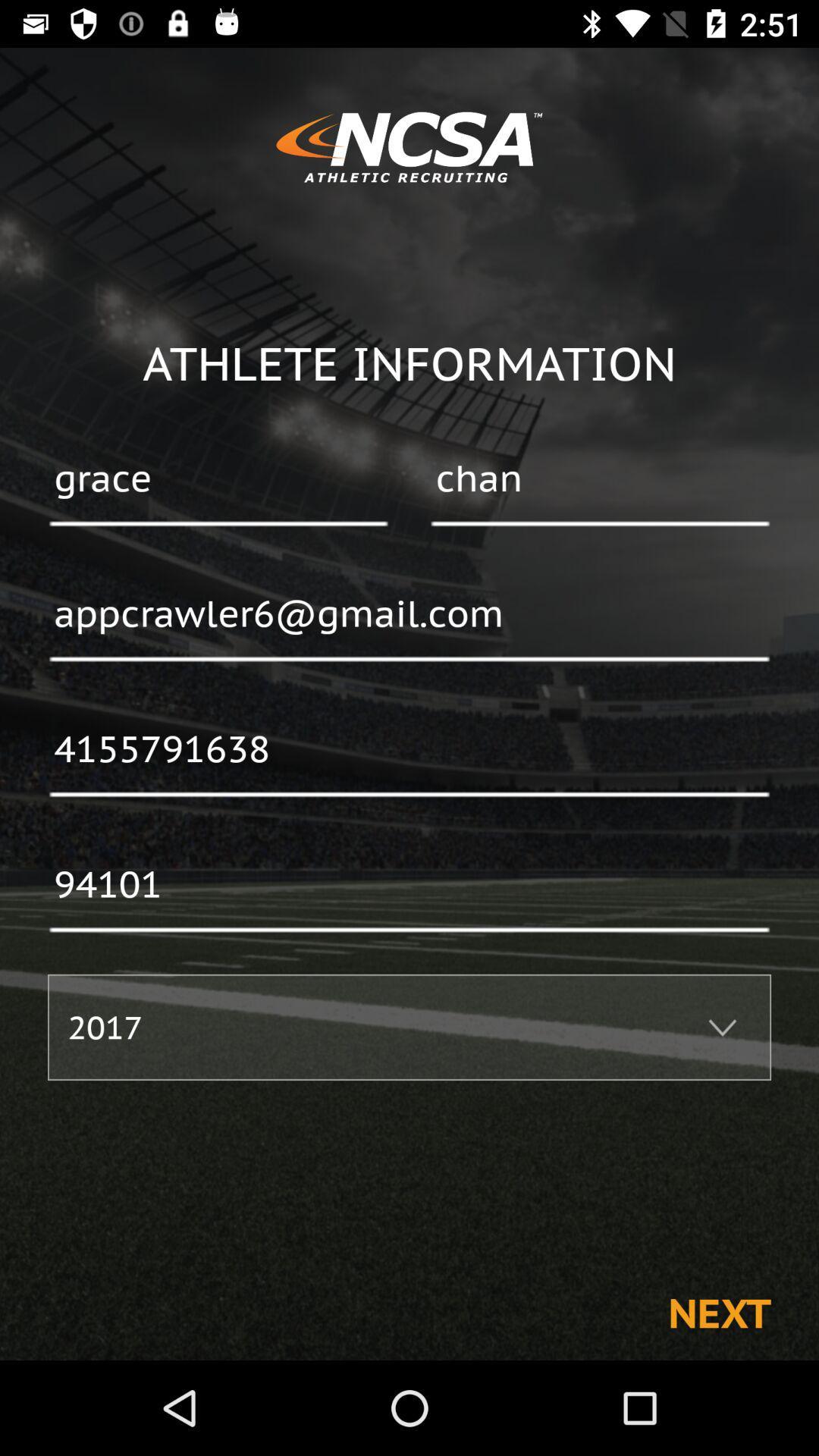 The width and height of the screenshot is (819, 1456). I want to click on the 94101, so click(409, 886).